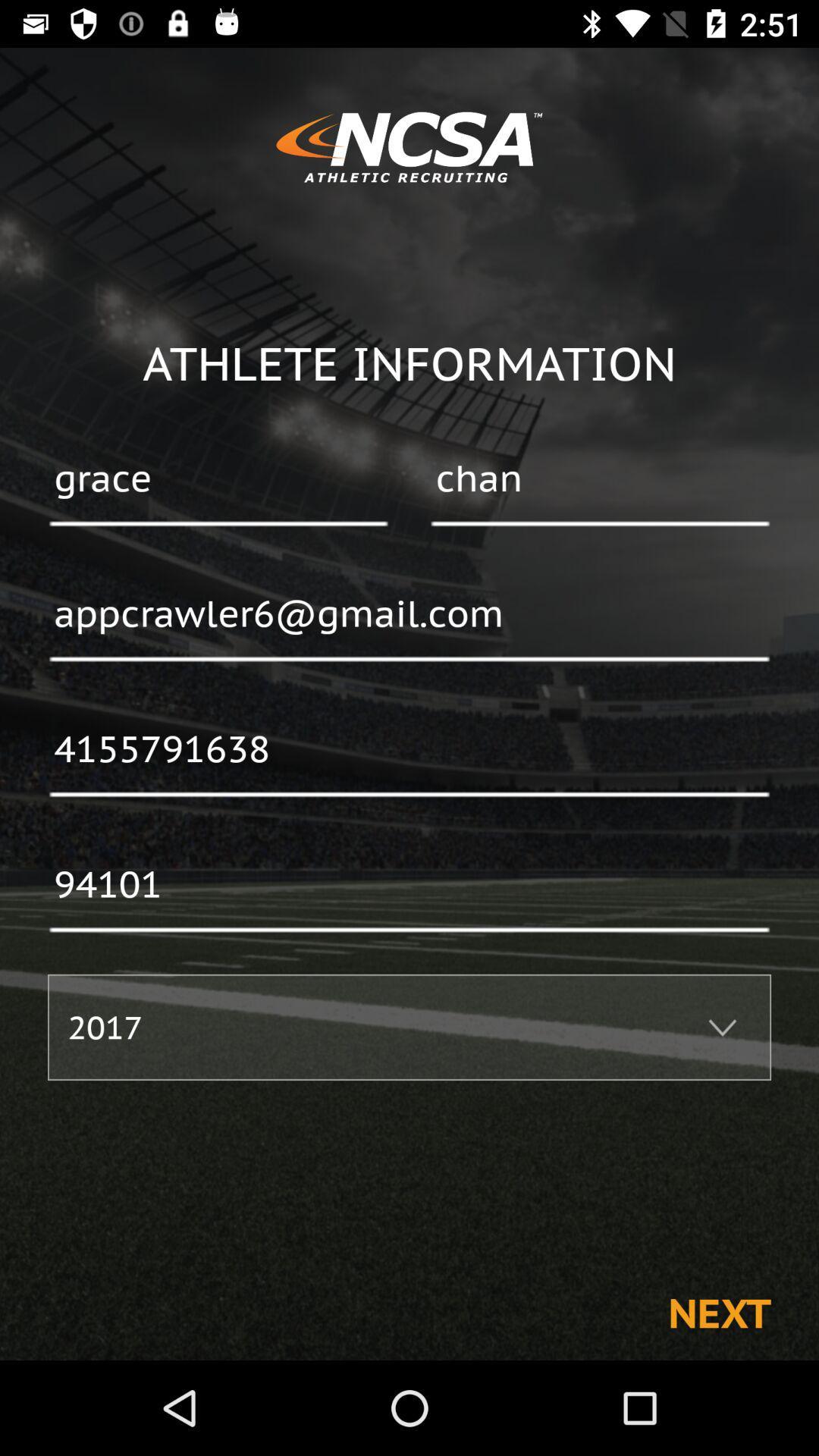 The width and height of the screenshot is (819, 1456). I want to click on the 94101, so click(409, 886).